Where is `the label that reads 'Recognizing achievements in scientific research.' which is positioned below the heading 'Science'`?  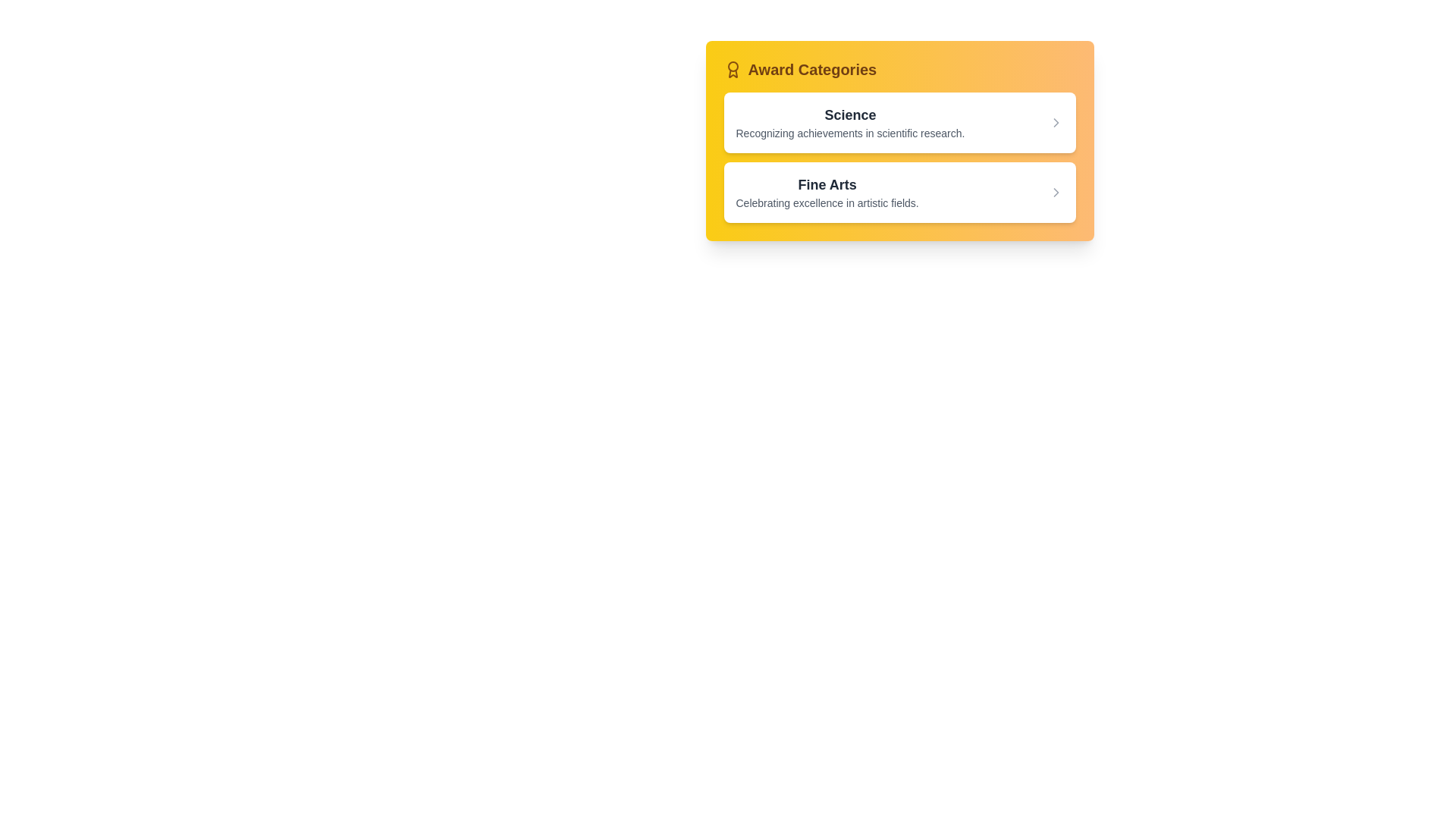
the label that reads 'Recognizing achievements in scientific research.' which is positioned below the heading 'Science' is located at coordinates (850, 133).